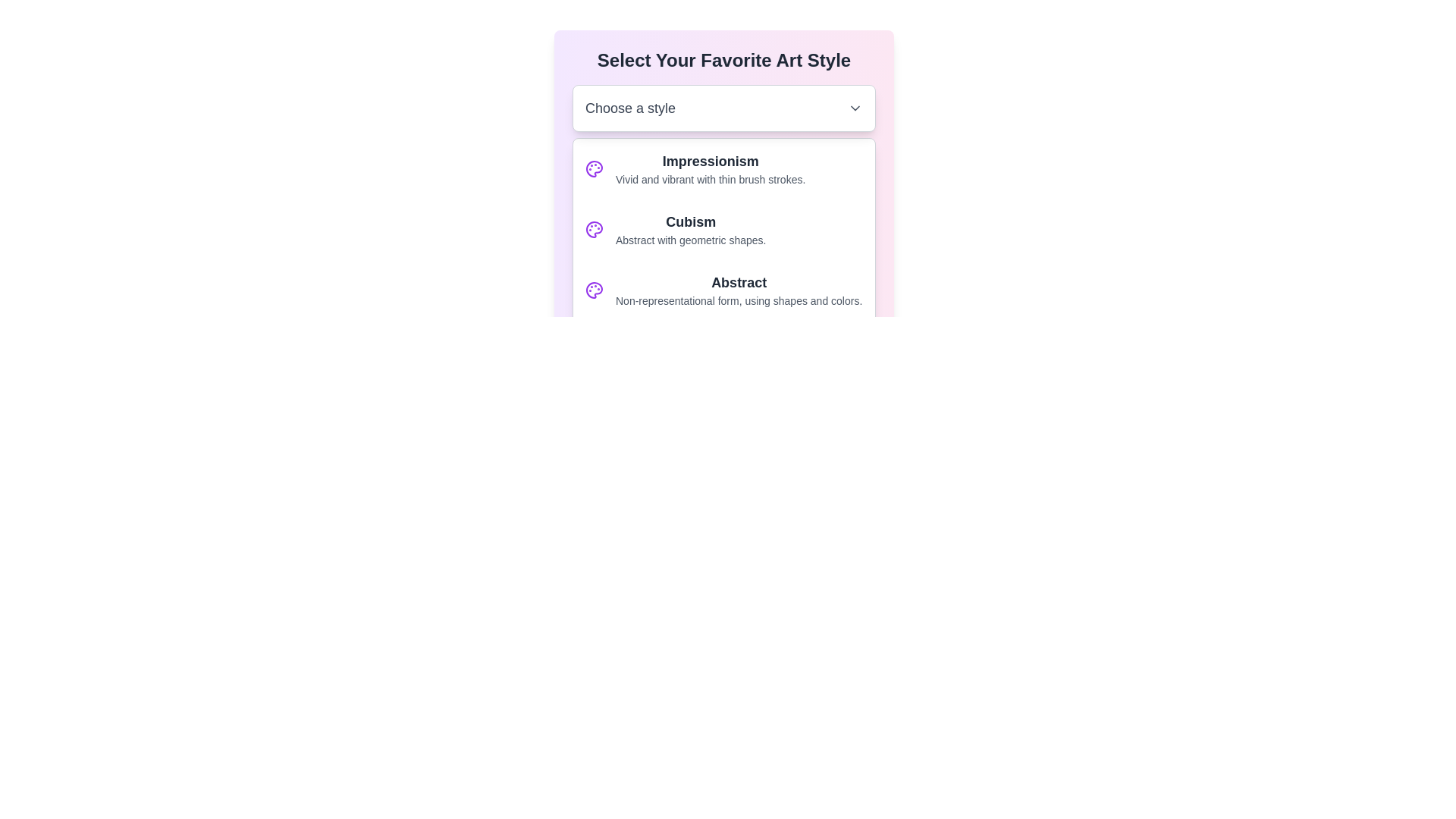 This screenshot has width=1456, height=819. Describe the element at coordinates (593, 169) in the screenshot. I see `the painter's palette icon located to the left of the 'Impressionism' text under the 'Select Your Favorite Art Style' section` at that location.